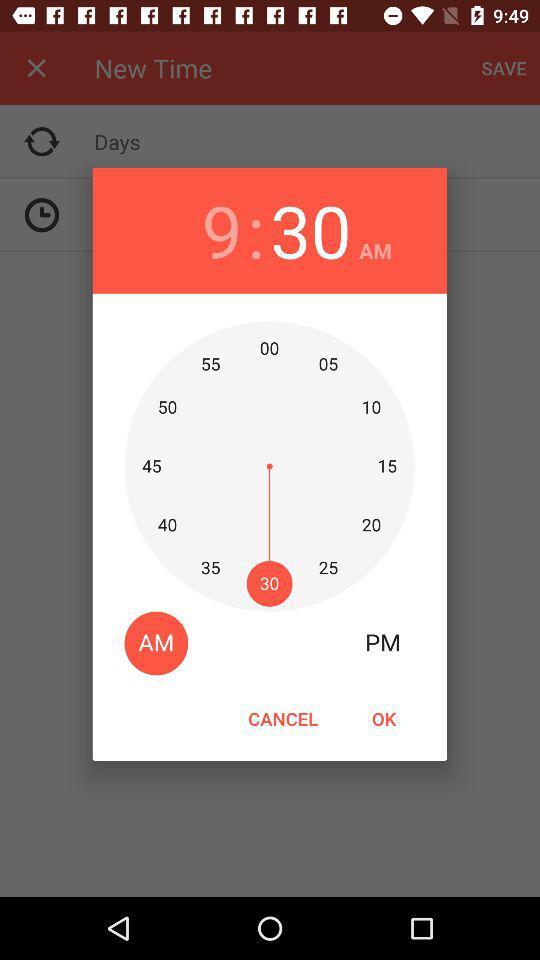  I want to click on the item to the right of the cancel, so click(383, 718).